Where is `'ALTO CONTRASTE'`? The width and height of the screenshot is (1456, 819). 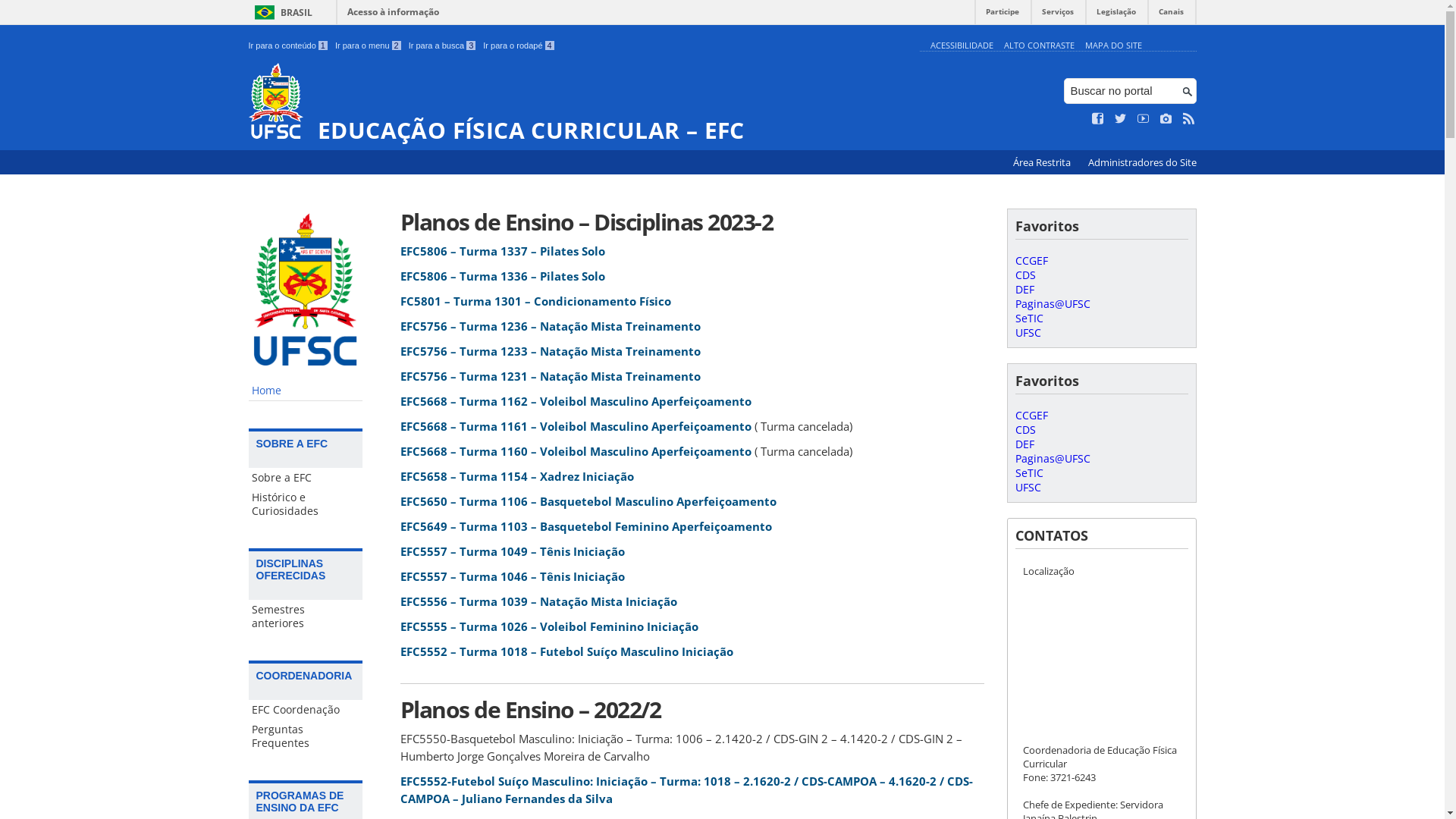 'ALTO CONTRASTE' is located at coordinates (1038, 44).